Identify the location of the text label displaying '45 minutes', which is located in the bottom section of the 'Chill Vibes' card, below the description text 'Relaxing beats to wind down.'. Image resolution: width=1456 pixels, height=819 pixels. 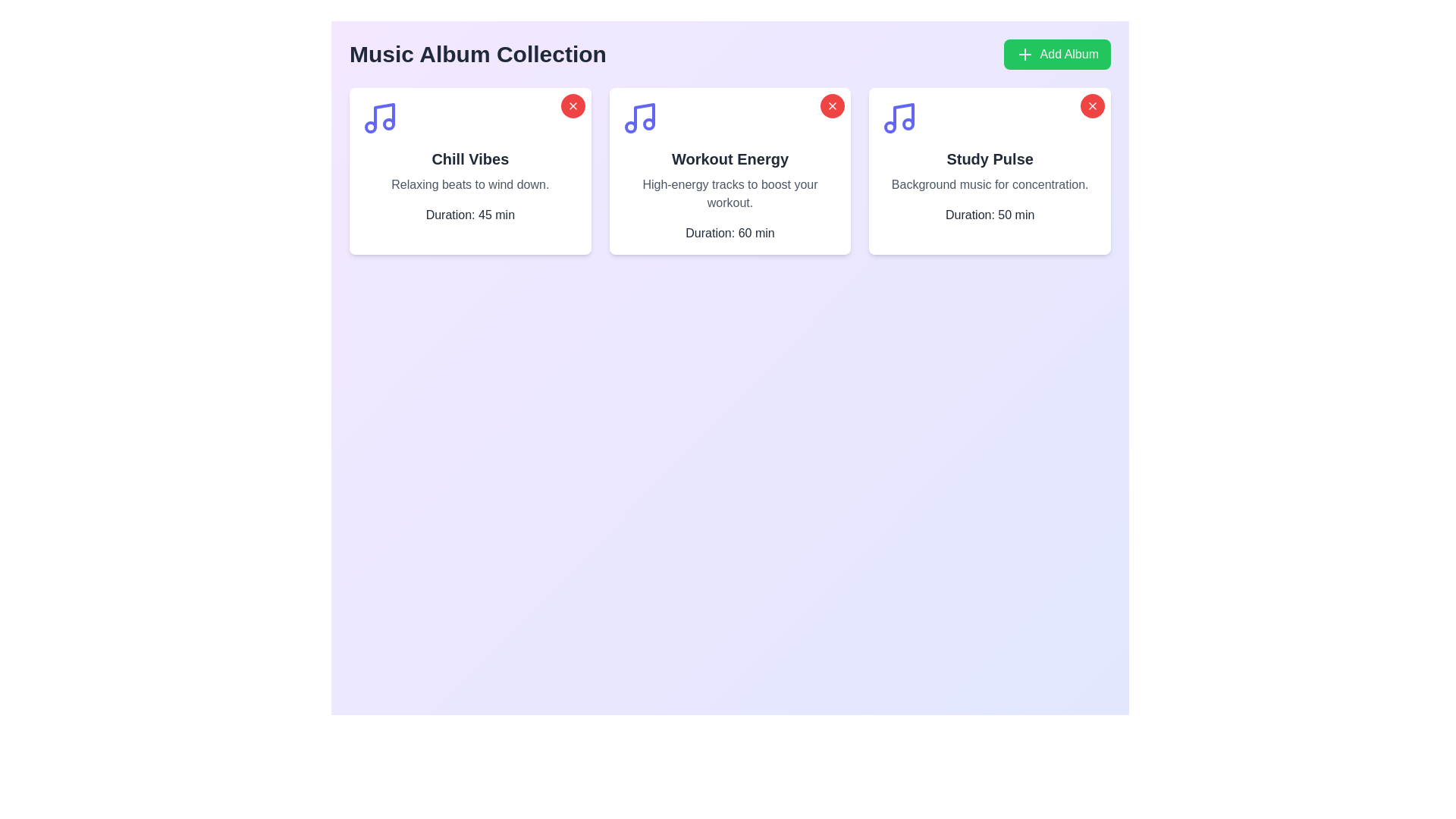
(469, 215).